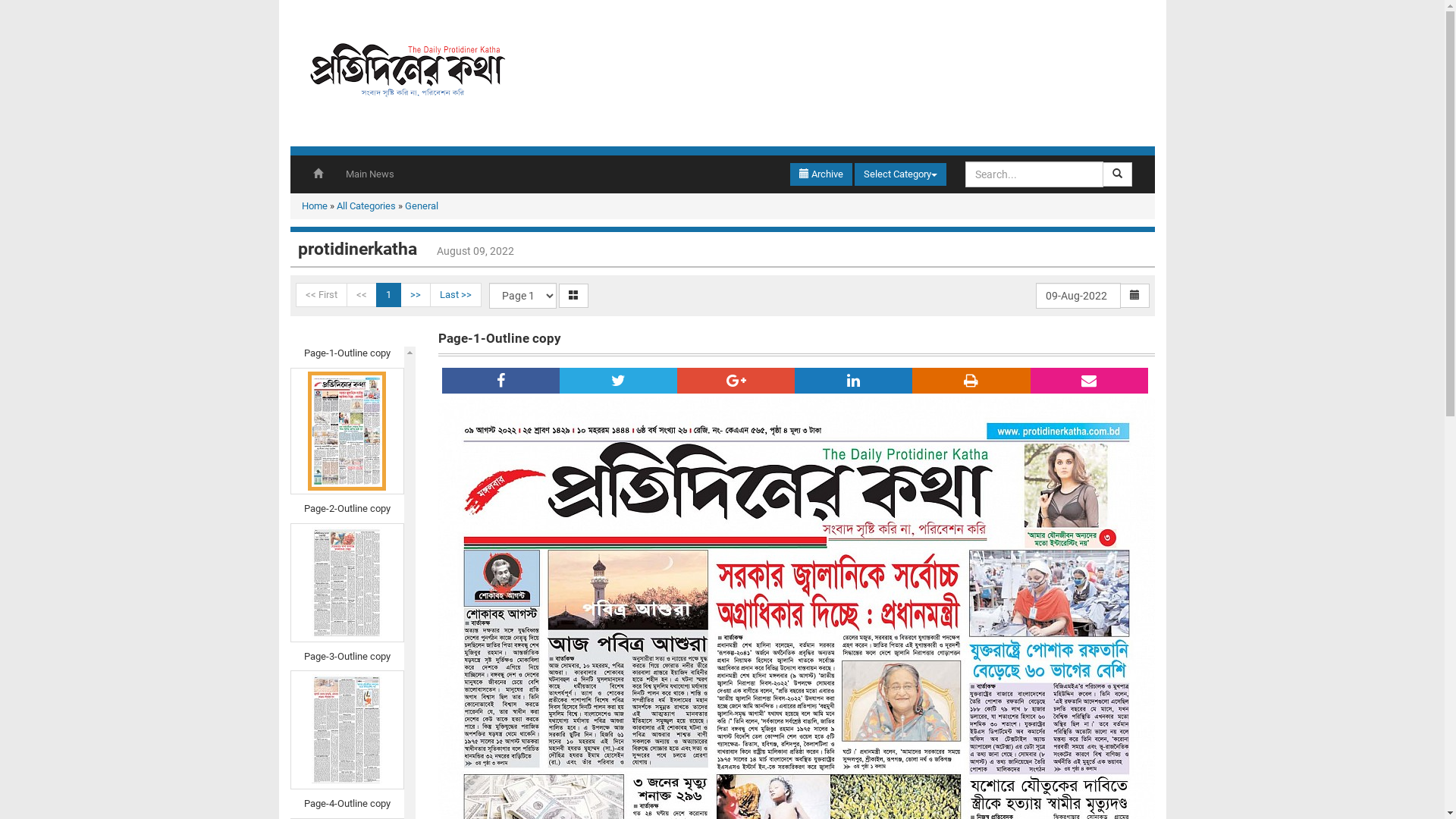 This screenshot has height=819, width=1456. I want to click on 'Last >>', so click(454, 295).